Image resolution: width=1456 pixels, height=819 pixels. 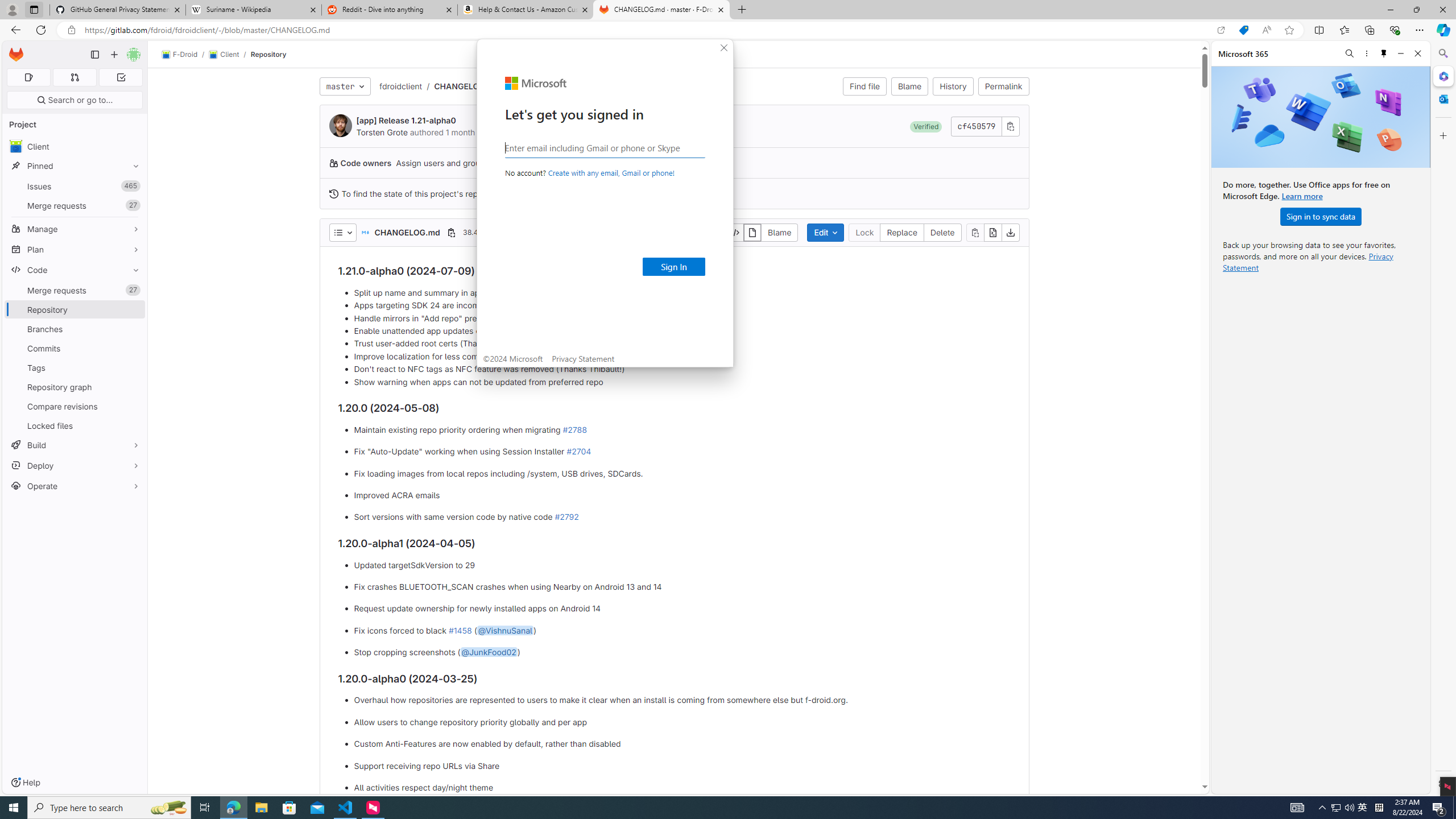 I want to click on 'Primary navigation sidebar', so click(x=94, y=54).